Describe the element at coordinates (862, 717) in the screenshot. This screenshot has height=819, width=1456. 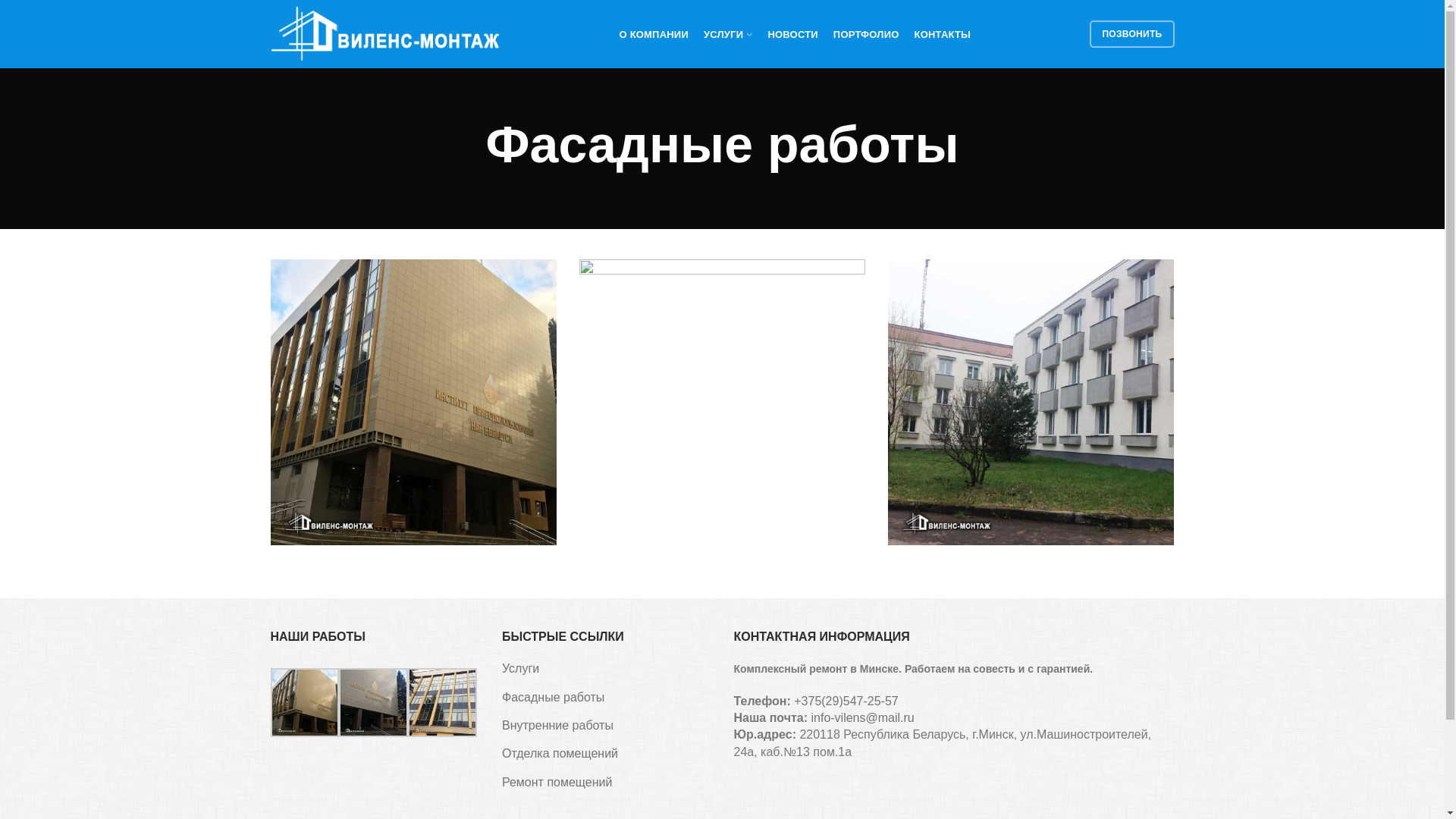
I see `'info-vilens@mail.ru'` at that location.